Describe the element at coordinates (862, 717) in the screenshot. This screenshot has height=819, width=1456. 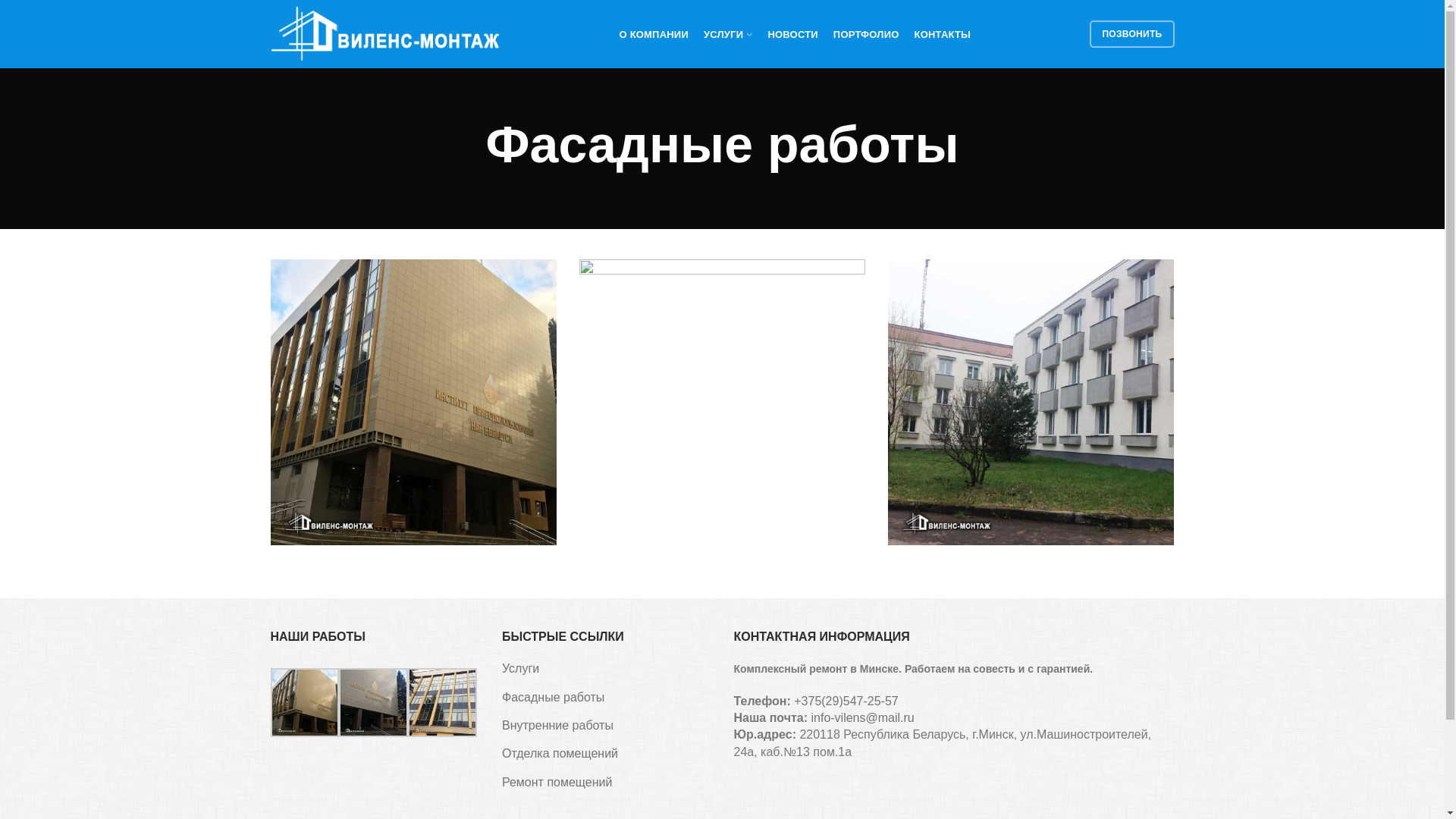
I see `'info-vilens@mail.ru'` at that location.